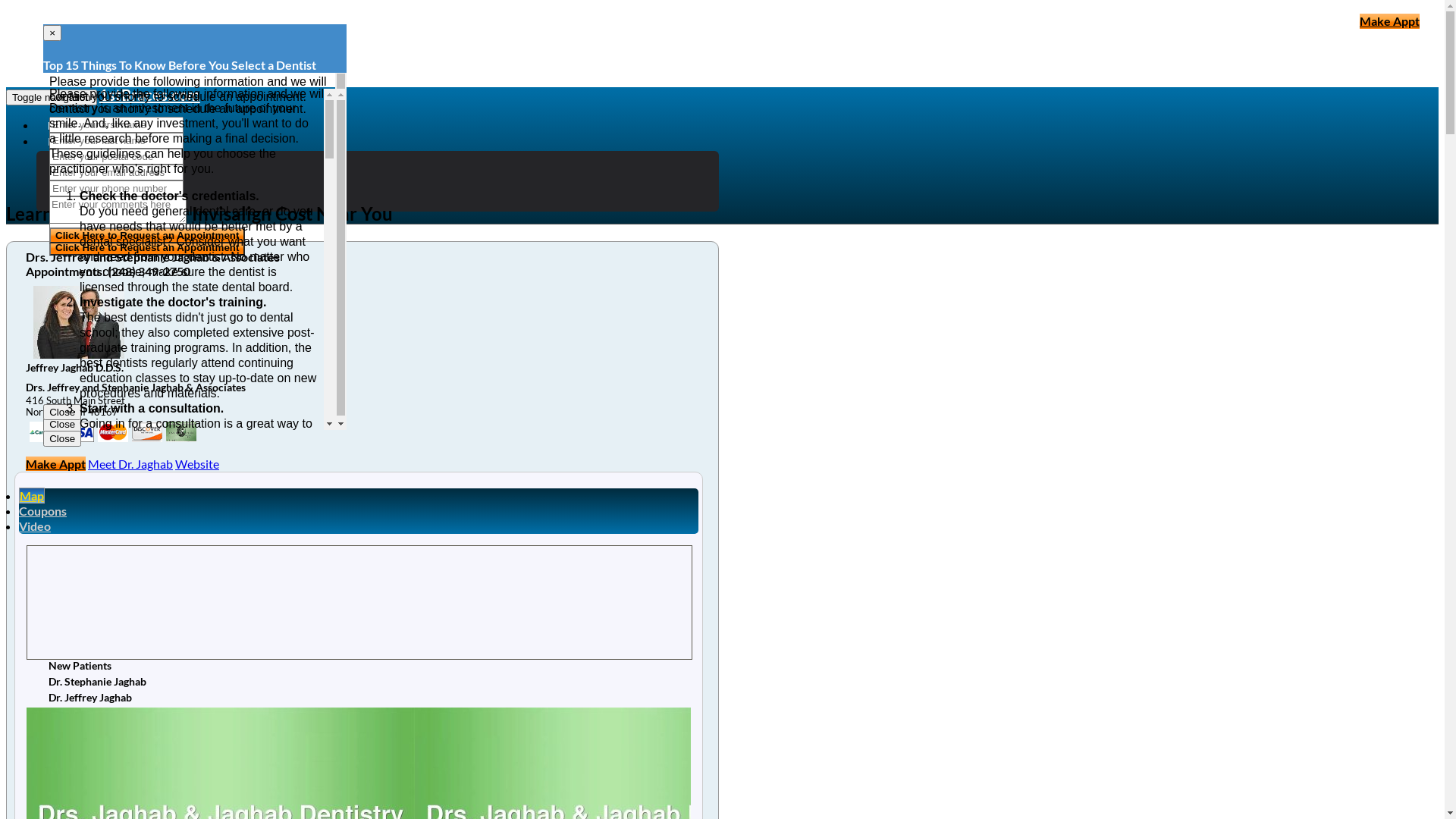 The width and height of the screenshot is (1456, 819). What do you see at coordinates (61, 424) in the screenshot?
I see `'Close'` at bounding box center [61, 424].